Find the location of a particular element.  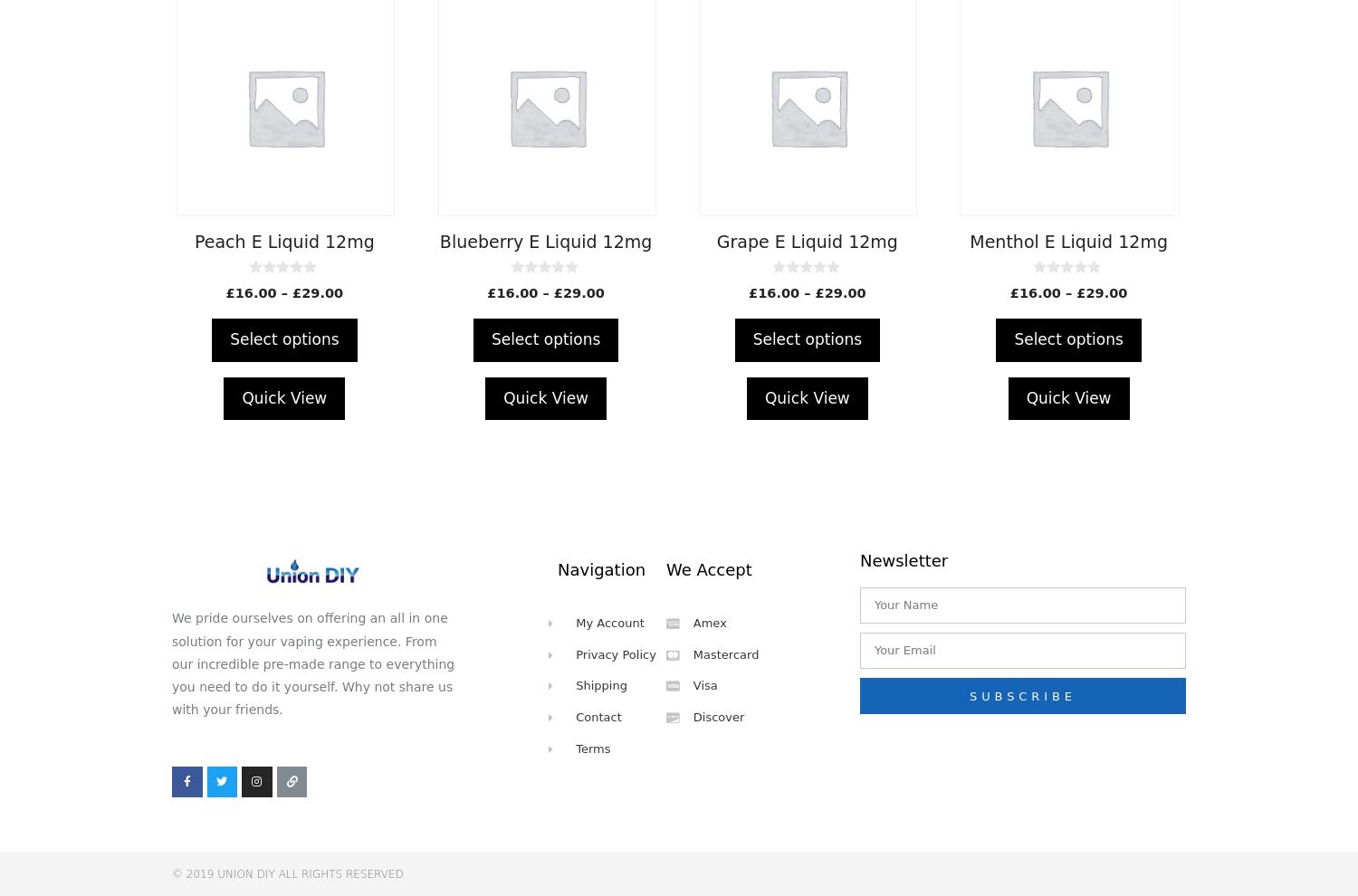

'Grape E Liquid 12mg' is located at coordinates (715, 241).